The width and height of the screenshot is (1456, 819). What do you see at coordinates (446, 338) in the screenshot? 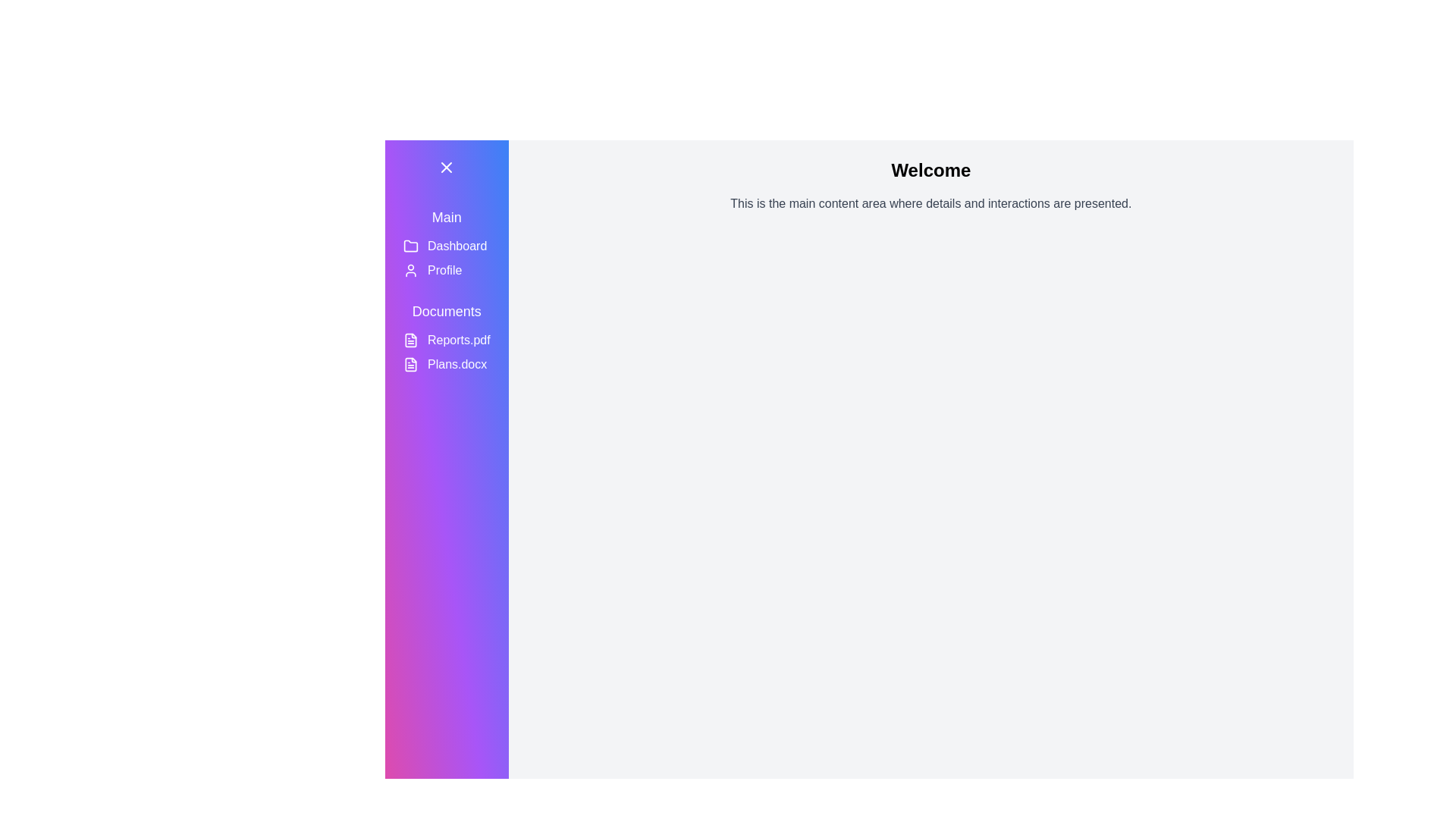
I see `the text label for the file 'Reports.pdf' in the sidebar menu under the 'Documents' section` at bounding box center [446, 338].